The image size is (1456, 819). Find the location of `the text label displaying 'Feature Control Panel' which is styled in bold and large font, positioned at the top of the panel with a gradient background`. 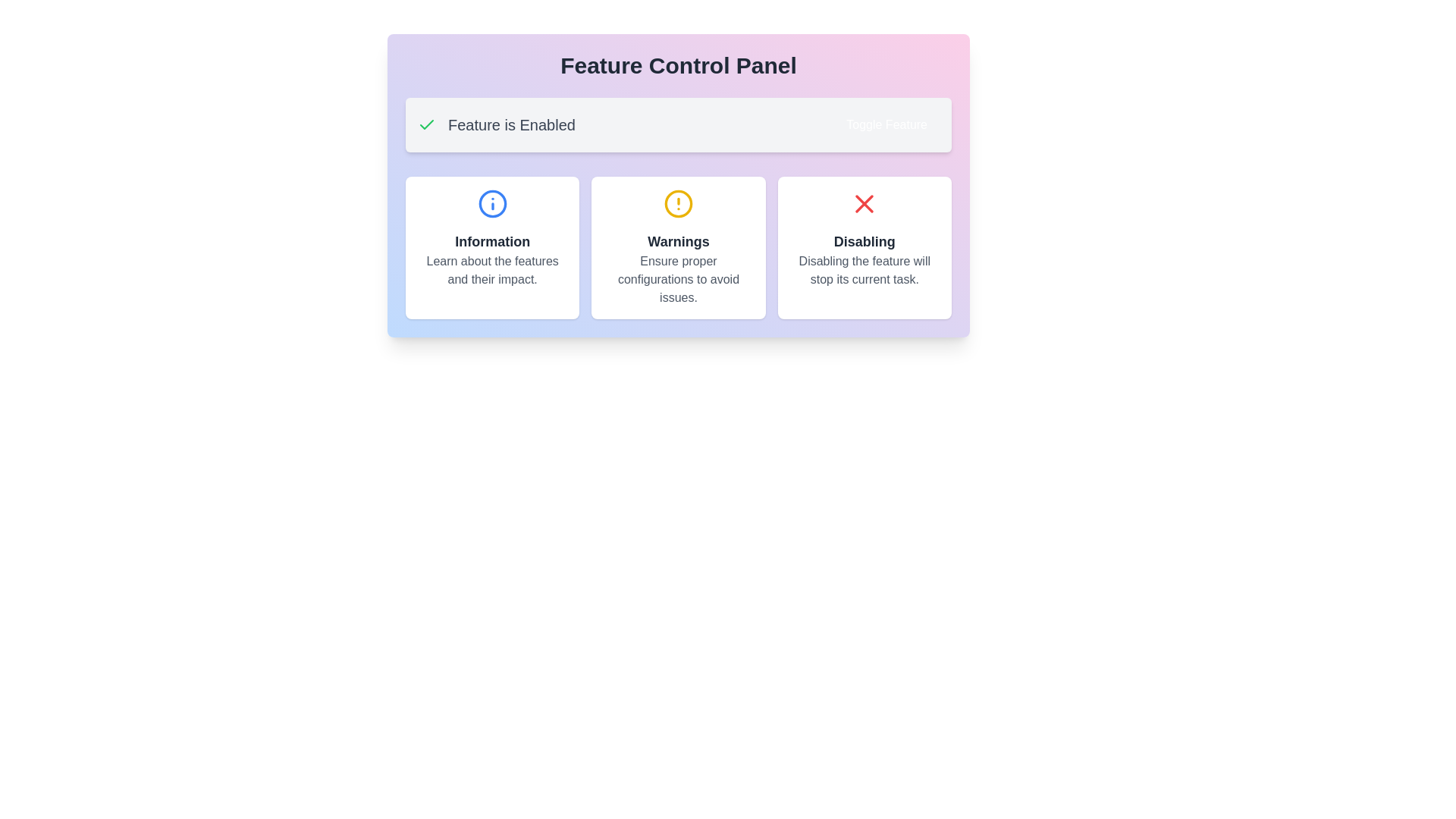

the text label displaying 'Feature Control Panel' which is styled in bold and large font, positioned at the top of the panel with a gradient background is located at coordinates (677, 65).